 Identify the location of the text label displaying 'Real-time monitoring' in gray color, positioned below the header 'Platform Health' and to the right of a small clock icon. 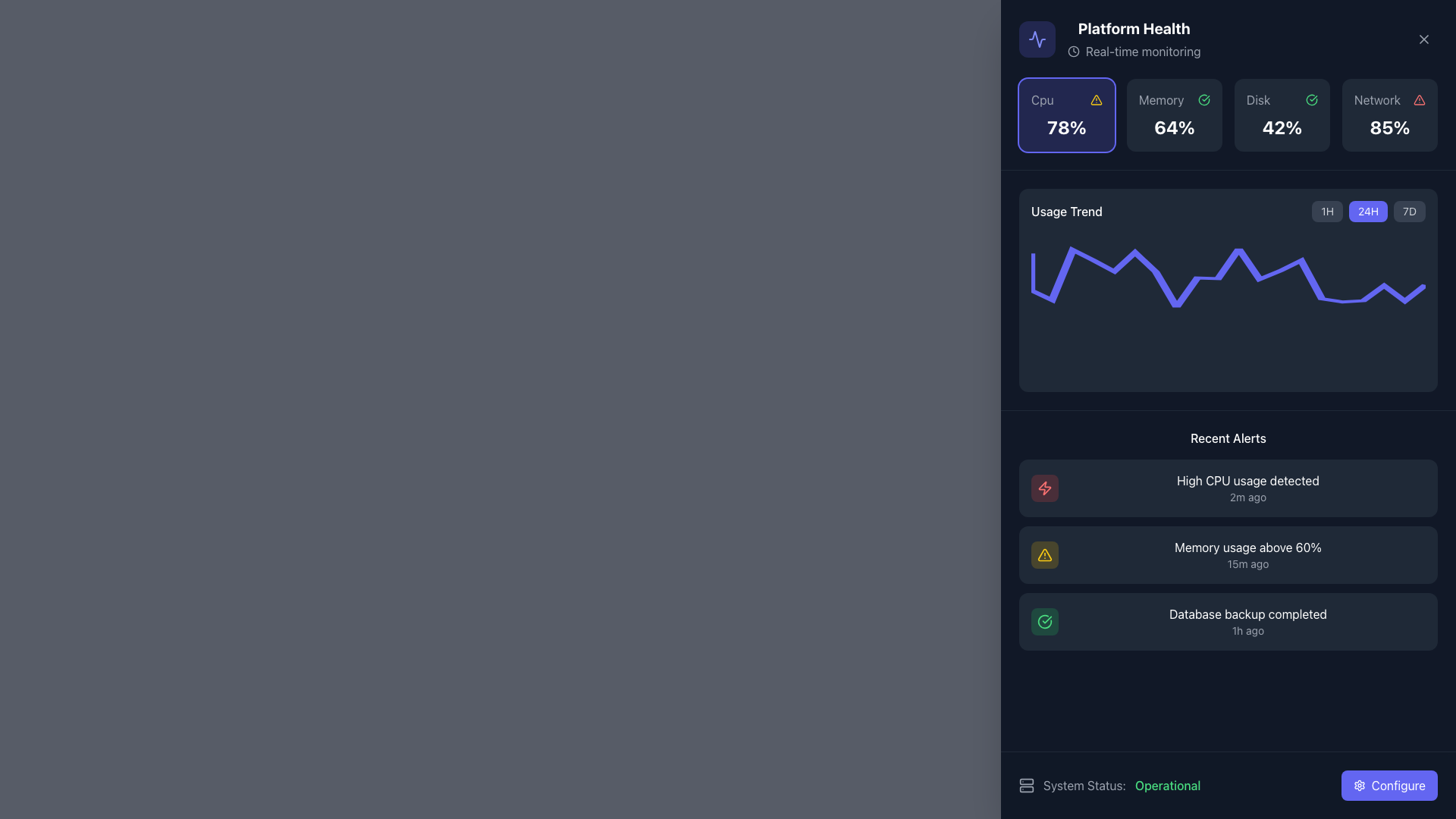
(1143, 51).